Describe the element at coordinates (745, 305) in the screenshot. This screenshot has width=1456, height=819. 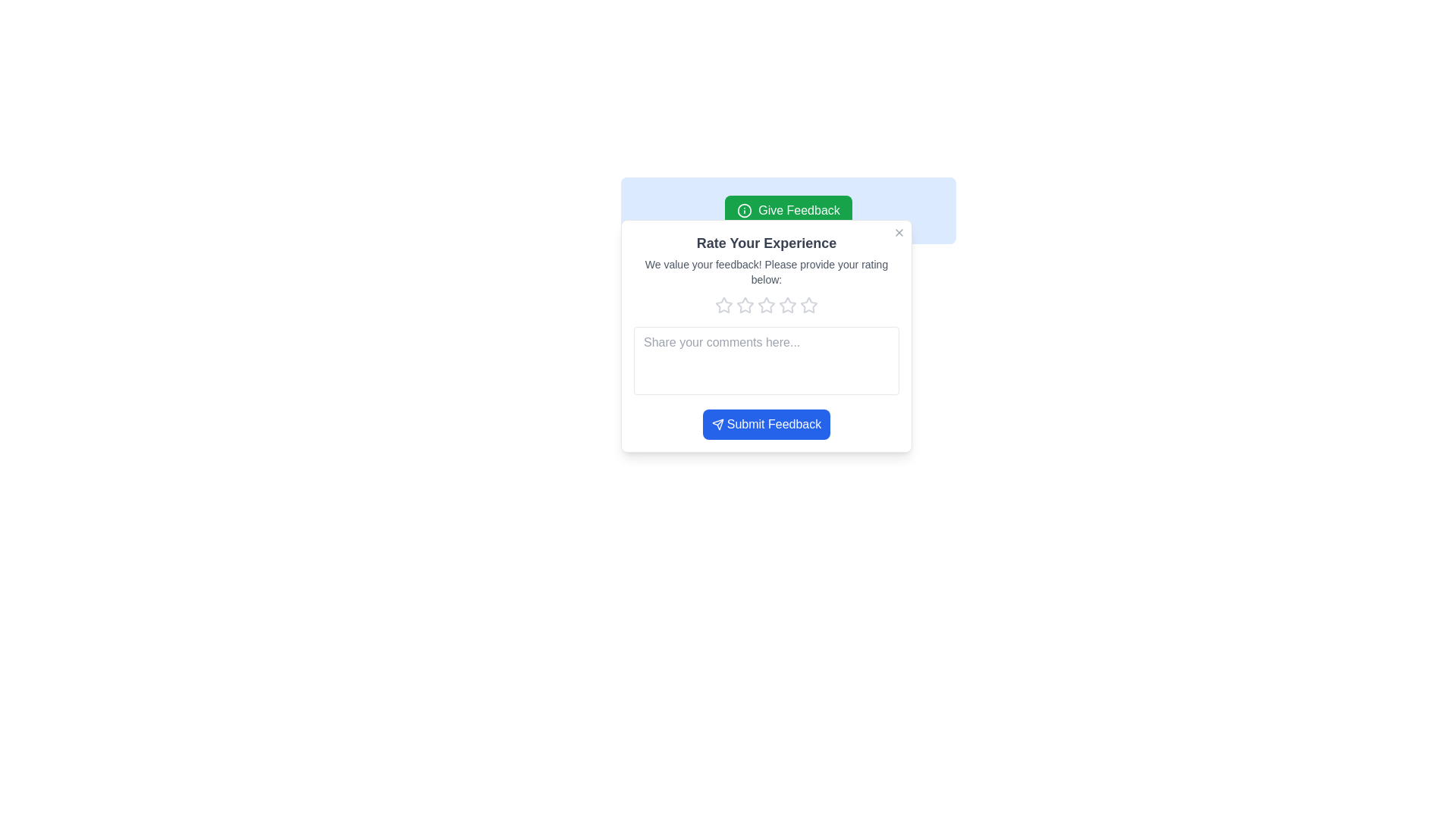
I see `the first rating star in the feedback form` at that location.